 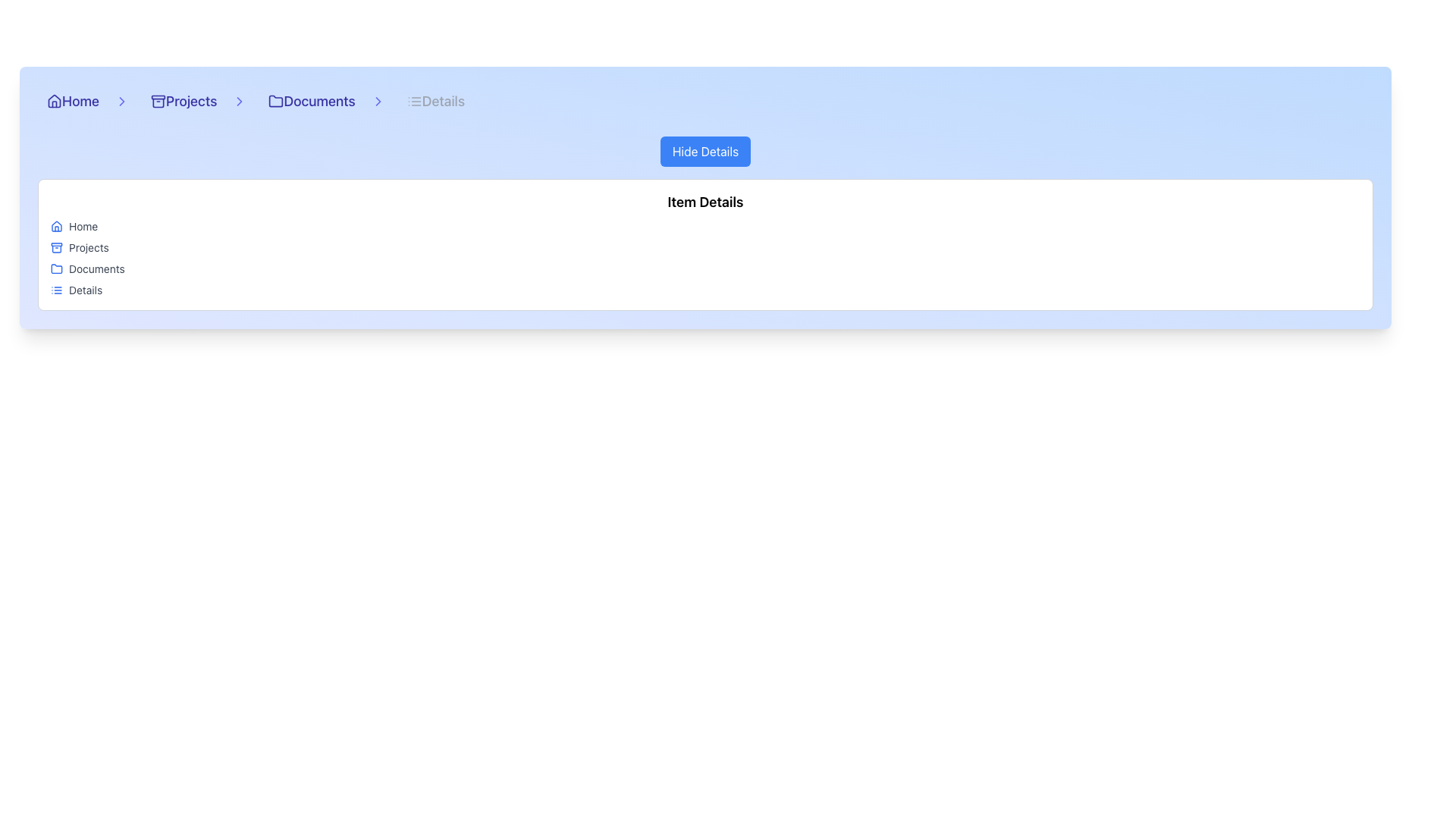 What do you see at coordinates (190, 102) in the screenshot?
I see `the 'Projects' text label in the breadcrumb navigation bar` at bounding box center [190, 102].